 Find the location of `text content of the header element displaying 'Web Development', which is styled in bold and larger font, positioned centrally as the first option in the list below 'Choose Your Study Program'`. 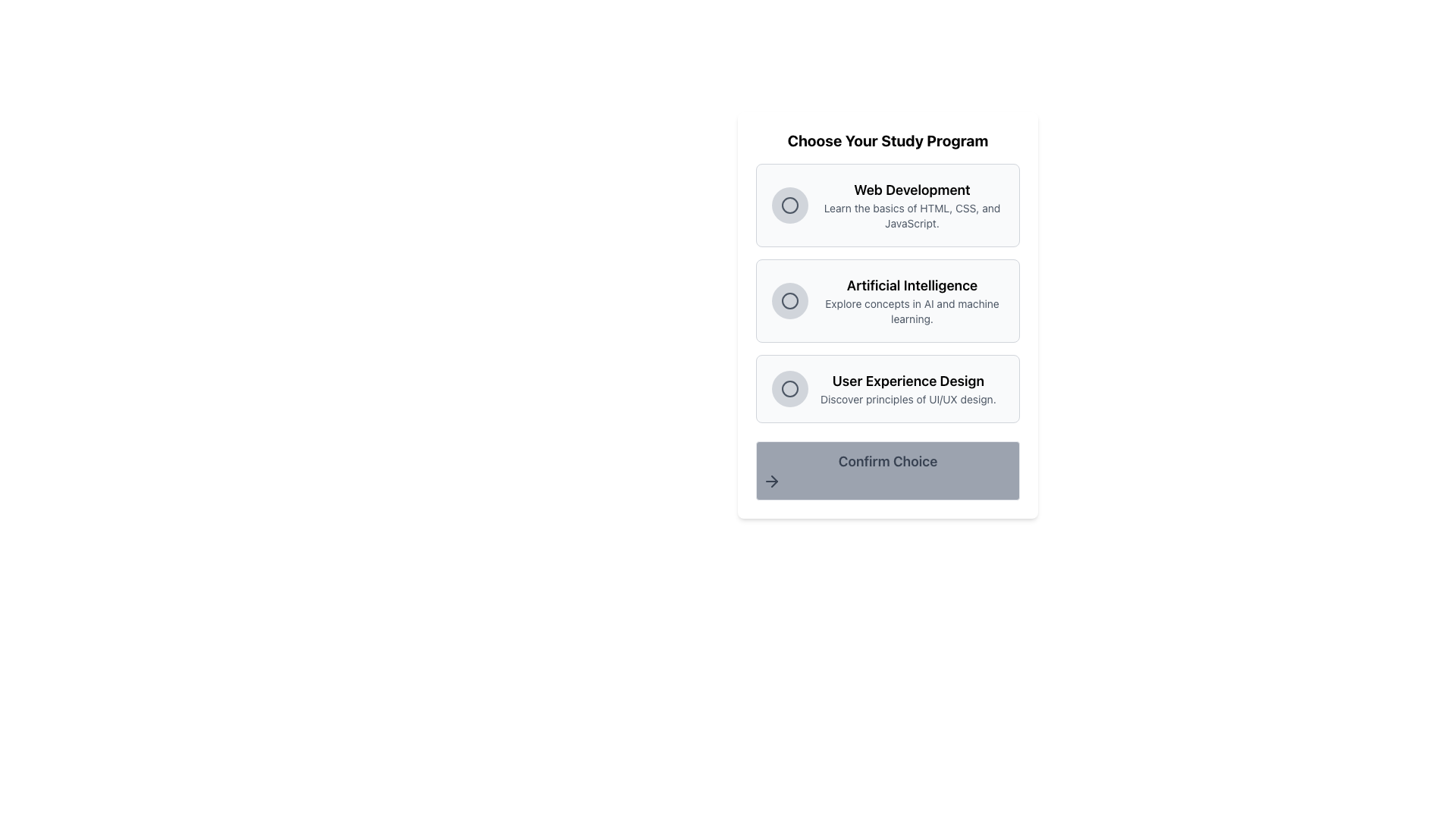

text content of the header element displaying 'Web Development', which is styled in bold and larger font, positioned centrally as the first option in the list below 'Choose Your Study Program' is located at coordinates (912, 189).